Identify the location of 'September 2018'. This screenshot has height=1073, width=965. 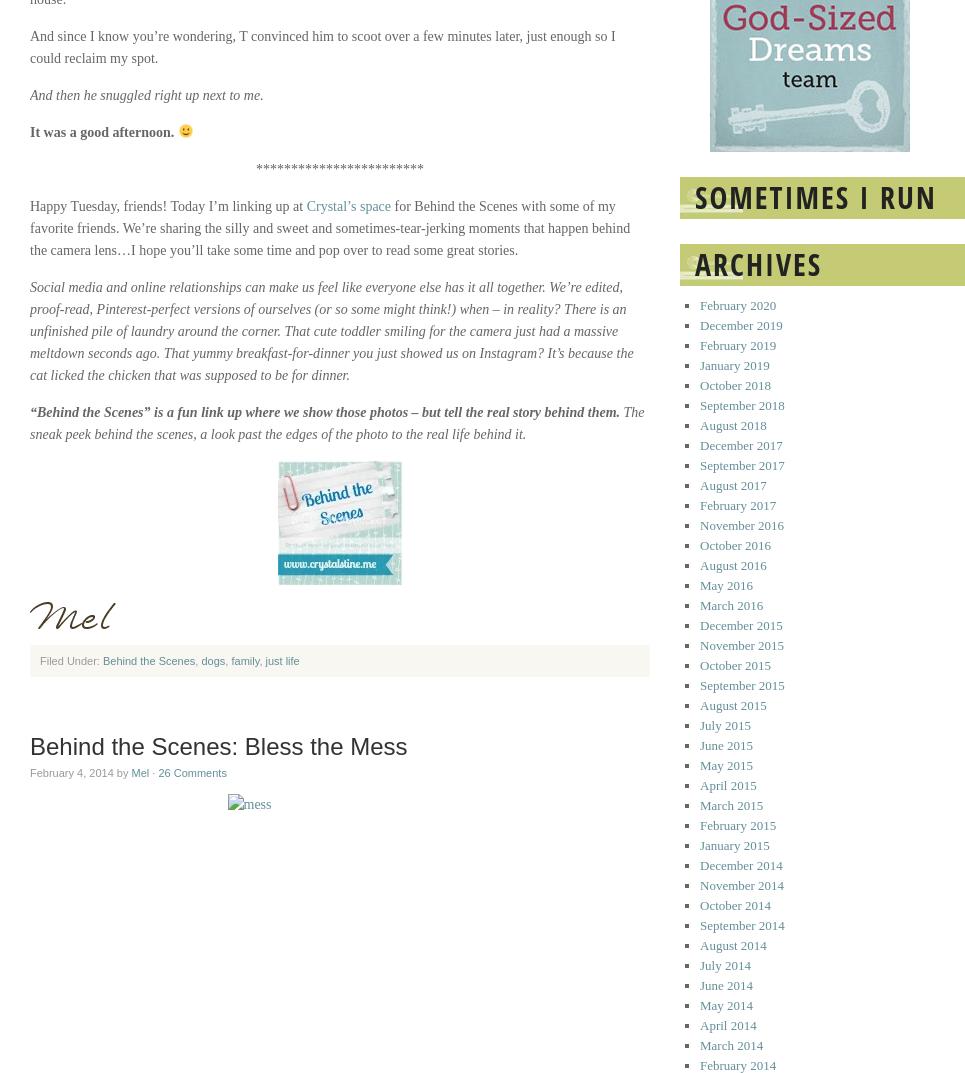
(741, 404).